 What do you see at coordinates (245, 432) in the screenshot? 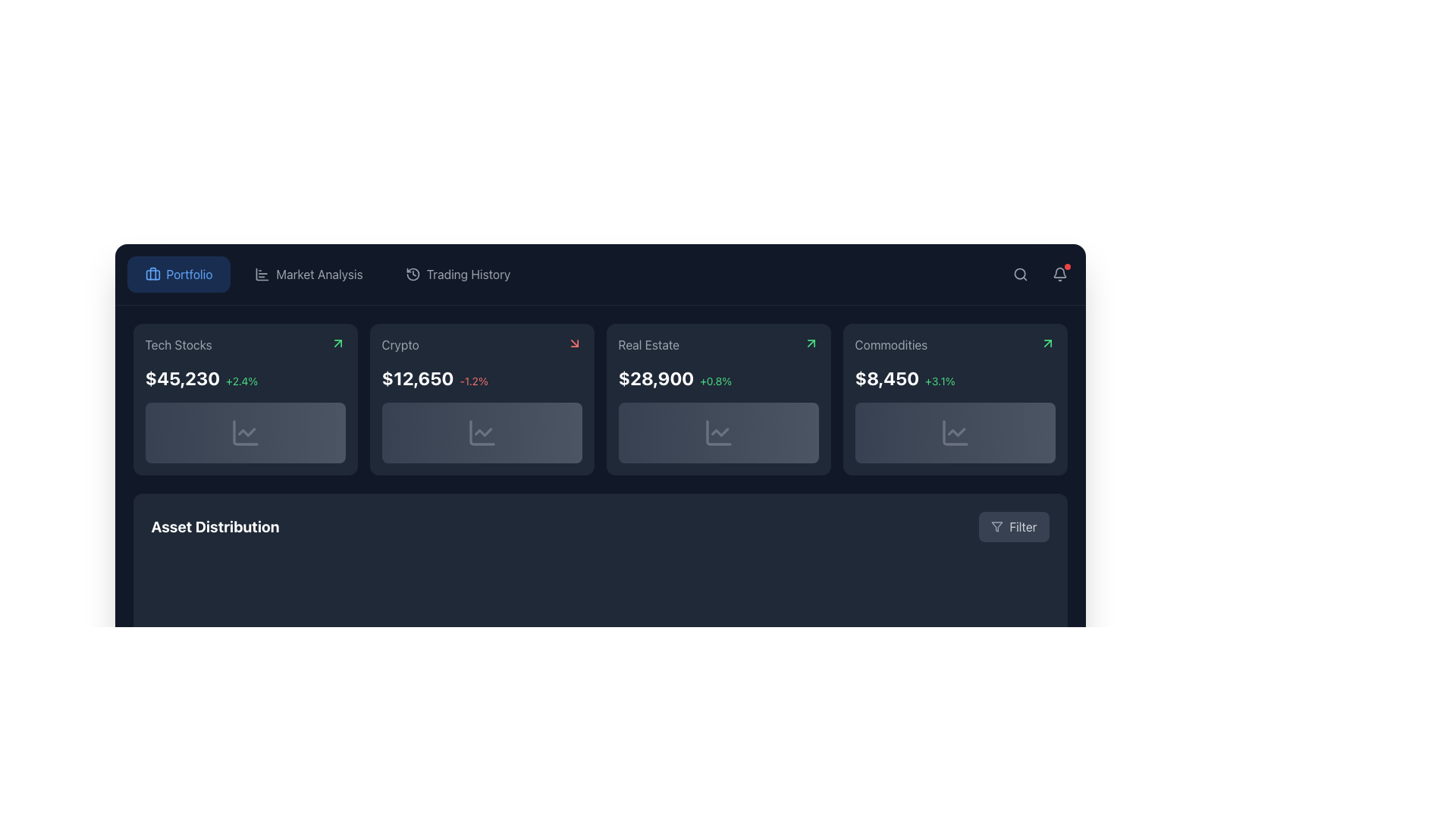
I see `the analytical icon representing the 'Tech Stocks' section, which is located on the first card in a horizontal layout of four cards beneath the navigation bar` at bounding box center [245, 432].